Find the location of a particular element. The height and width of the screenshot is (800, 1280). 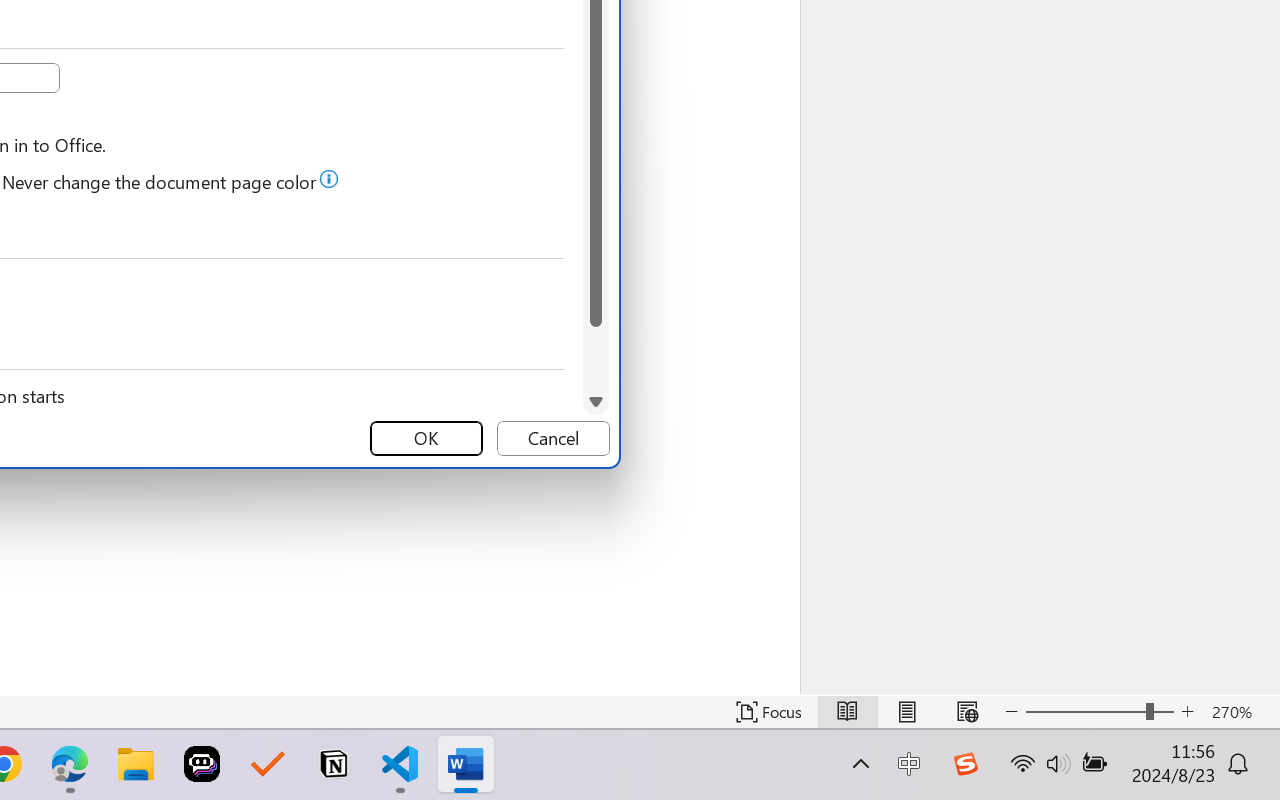

'OK' is located at coordinates (425, 437).